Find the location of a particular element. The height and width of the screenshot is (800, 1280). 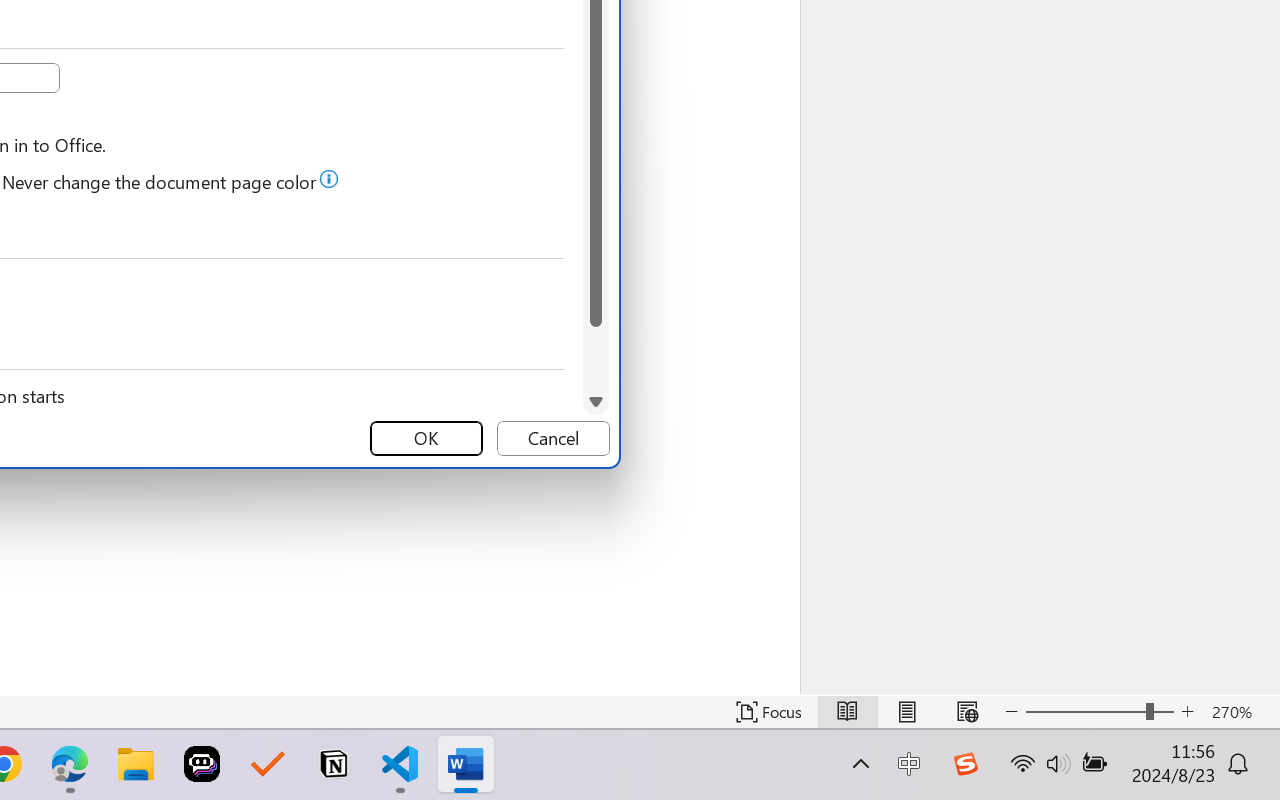

'OK' is located at coordinates (425, 437).